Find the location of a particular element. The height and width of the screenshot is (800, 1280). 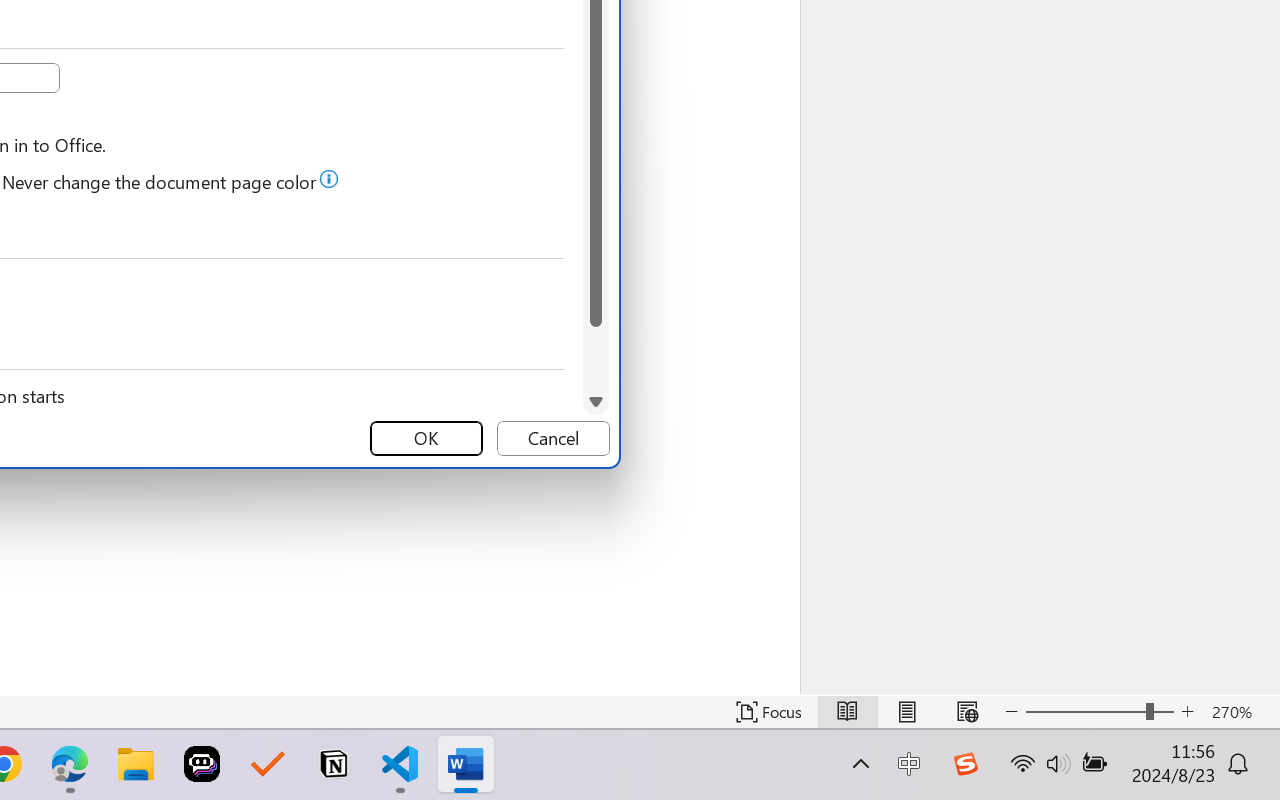

'OK' is located at coordinates (425, 437).